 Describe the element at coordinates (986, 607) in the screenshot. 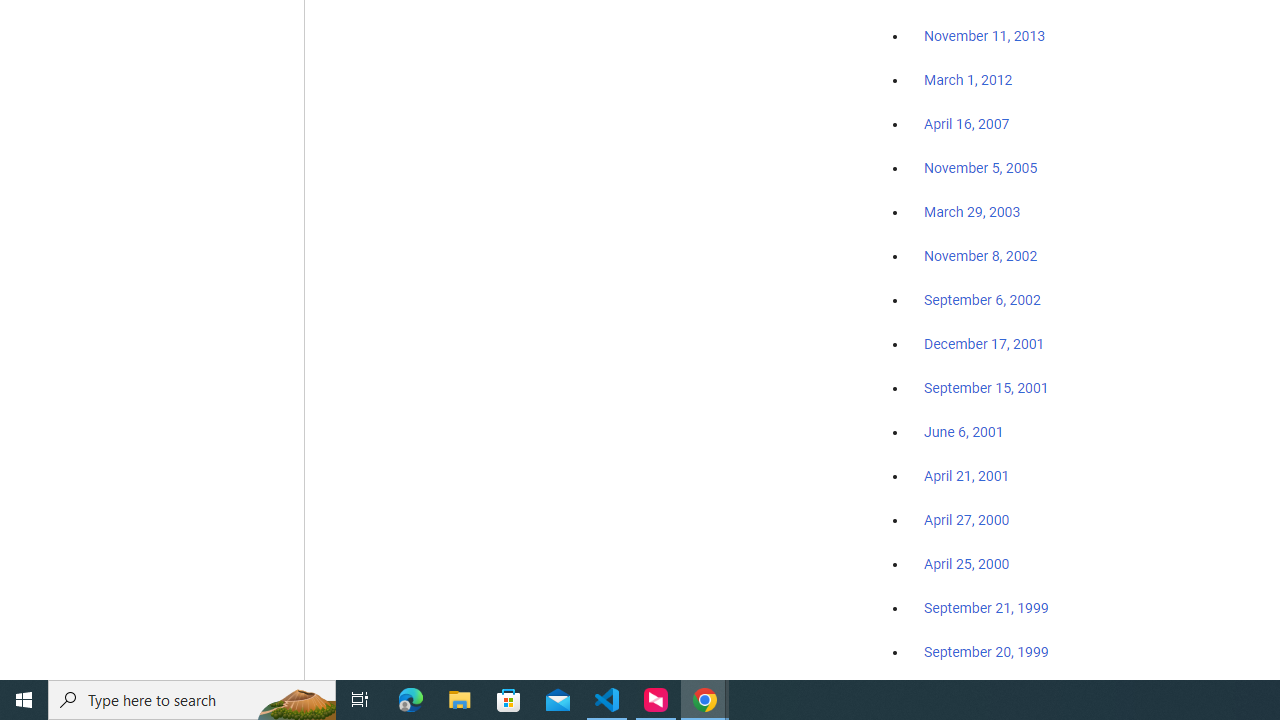

I see `'September 21, 1999'` at that location.